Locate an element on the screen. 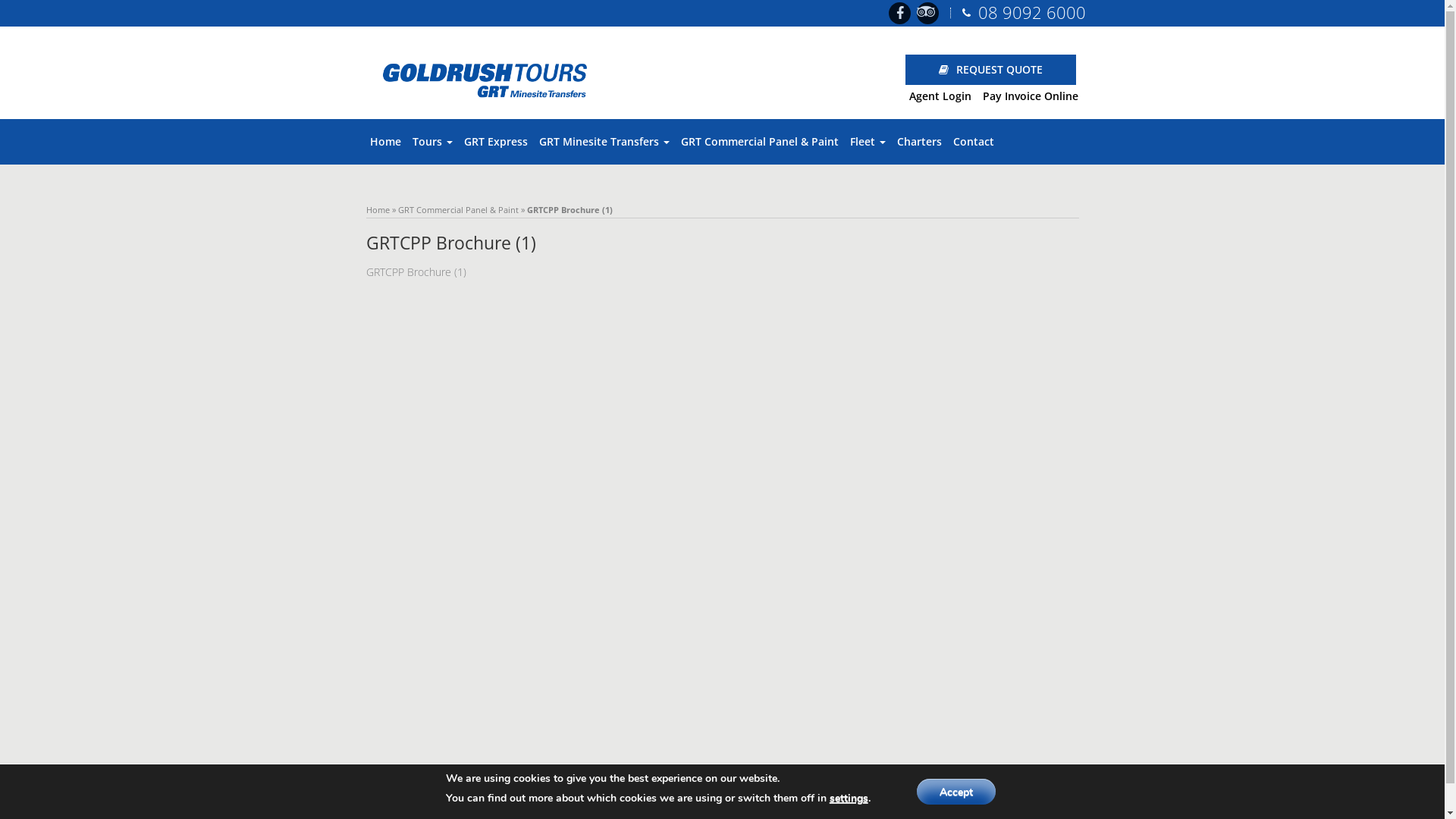 This screenshot has width=1456, height=819. 'Accept' is located at coordinates (955, 791).